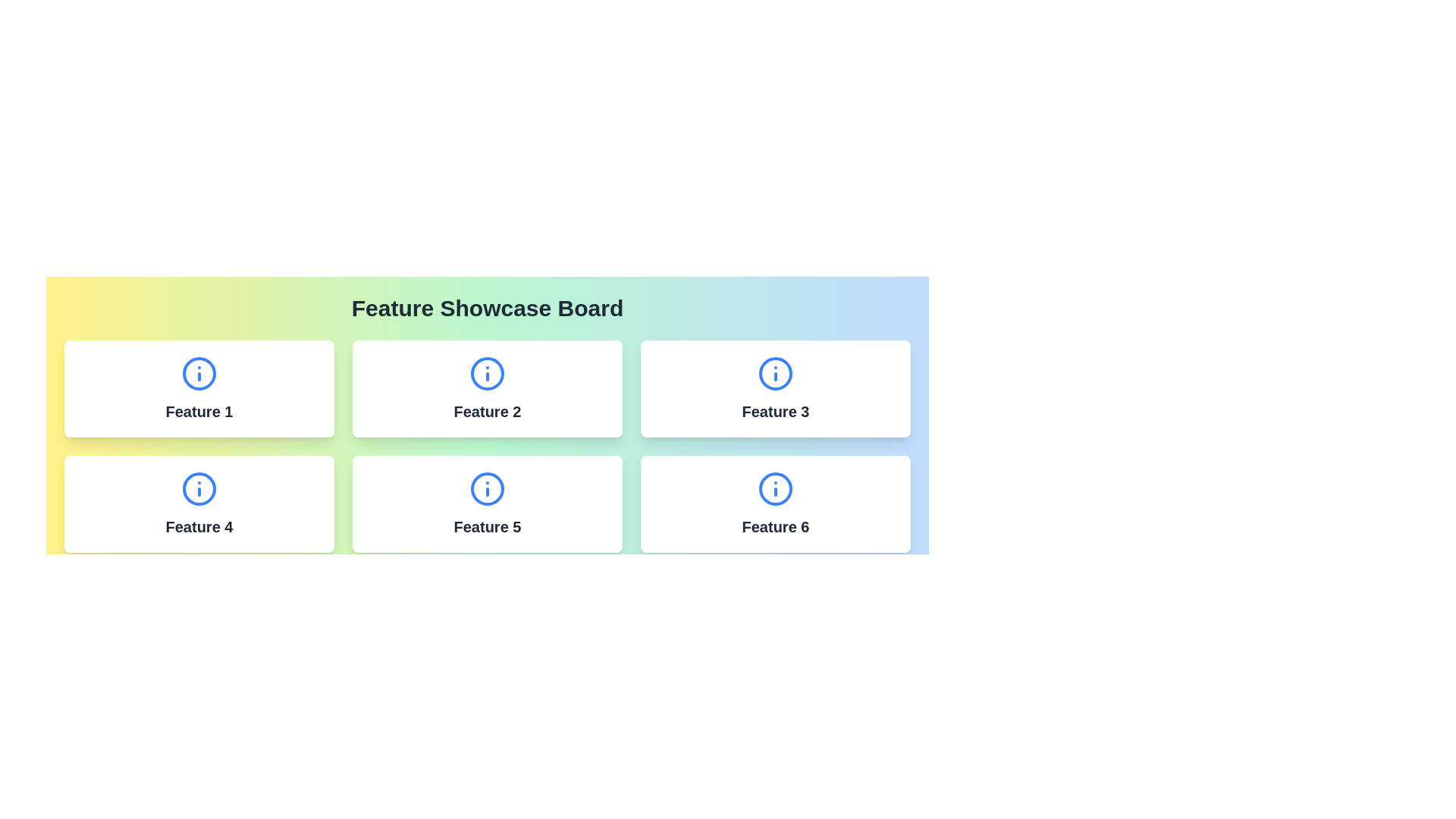 The image size is (1456, 819). I want to click on text label that displays 'Feature 6', located in the bottom-right card of a 3x2 grid layout, directly below the blue circular icon, so click(775, 526).